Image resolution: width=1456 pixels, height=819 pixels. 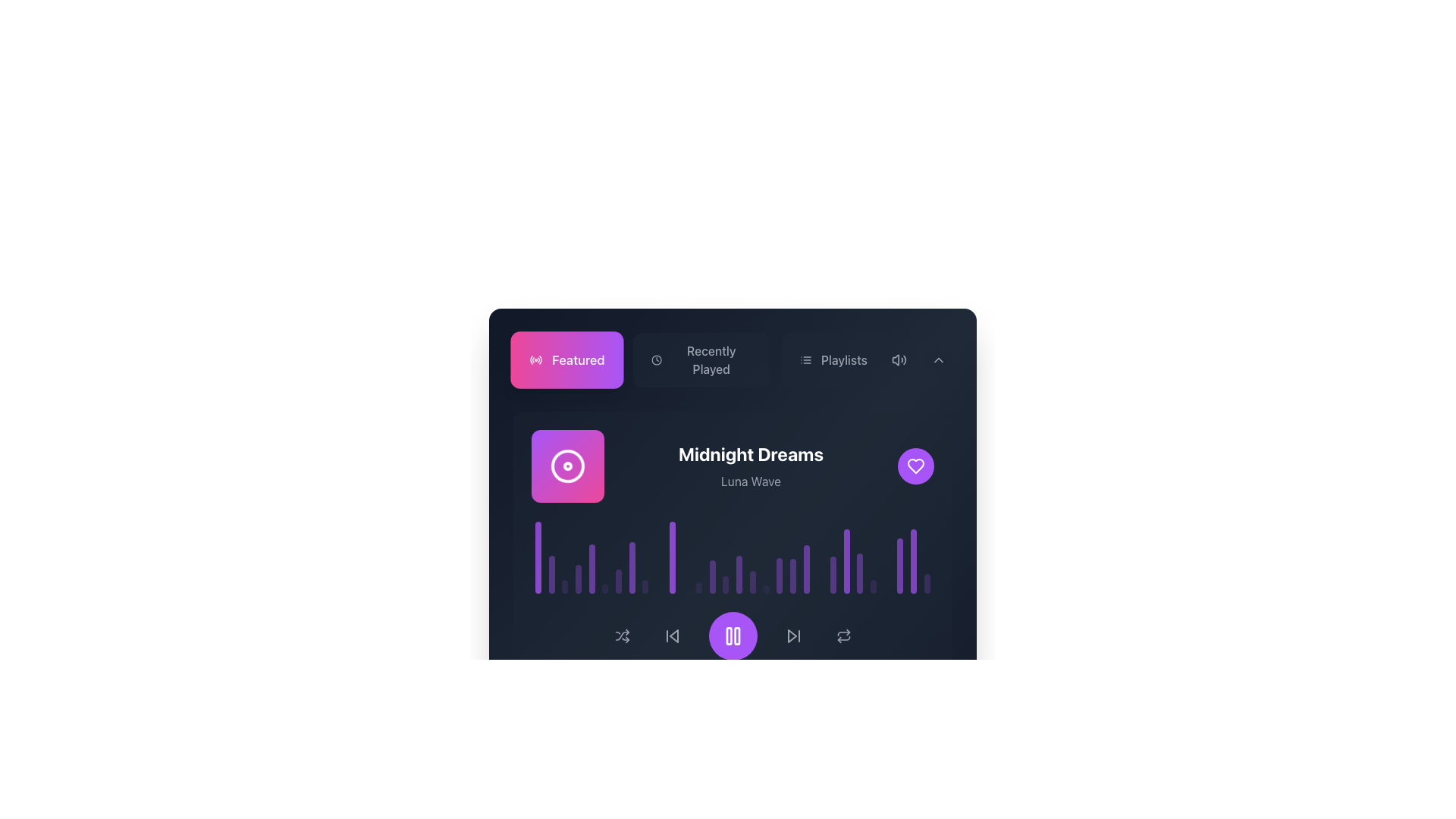 What do you see at coordinates (751, 453) in the screenshot?
I see `the prominent text label 'Midnight Dreams' which is styled in bold white font` at bounding box center [751, 453].